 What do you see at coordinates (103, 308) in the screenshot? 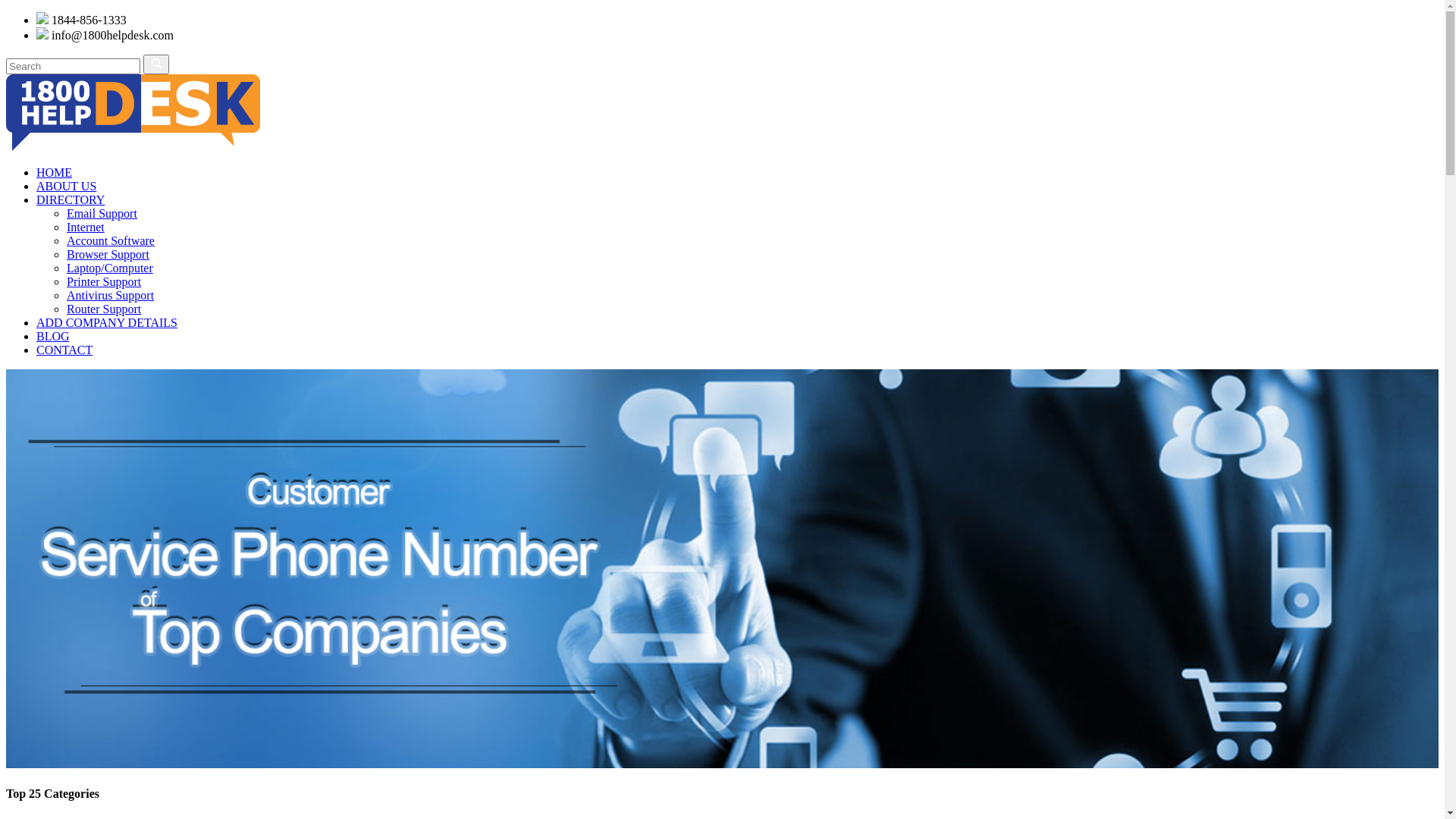
I see `'Router Support'` at bounding box center [103, 308].